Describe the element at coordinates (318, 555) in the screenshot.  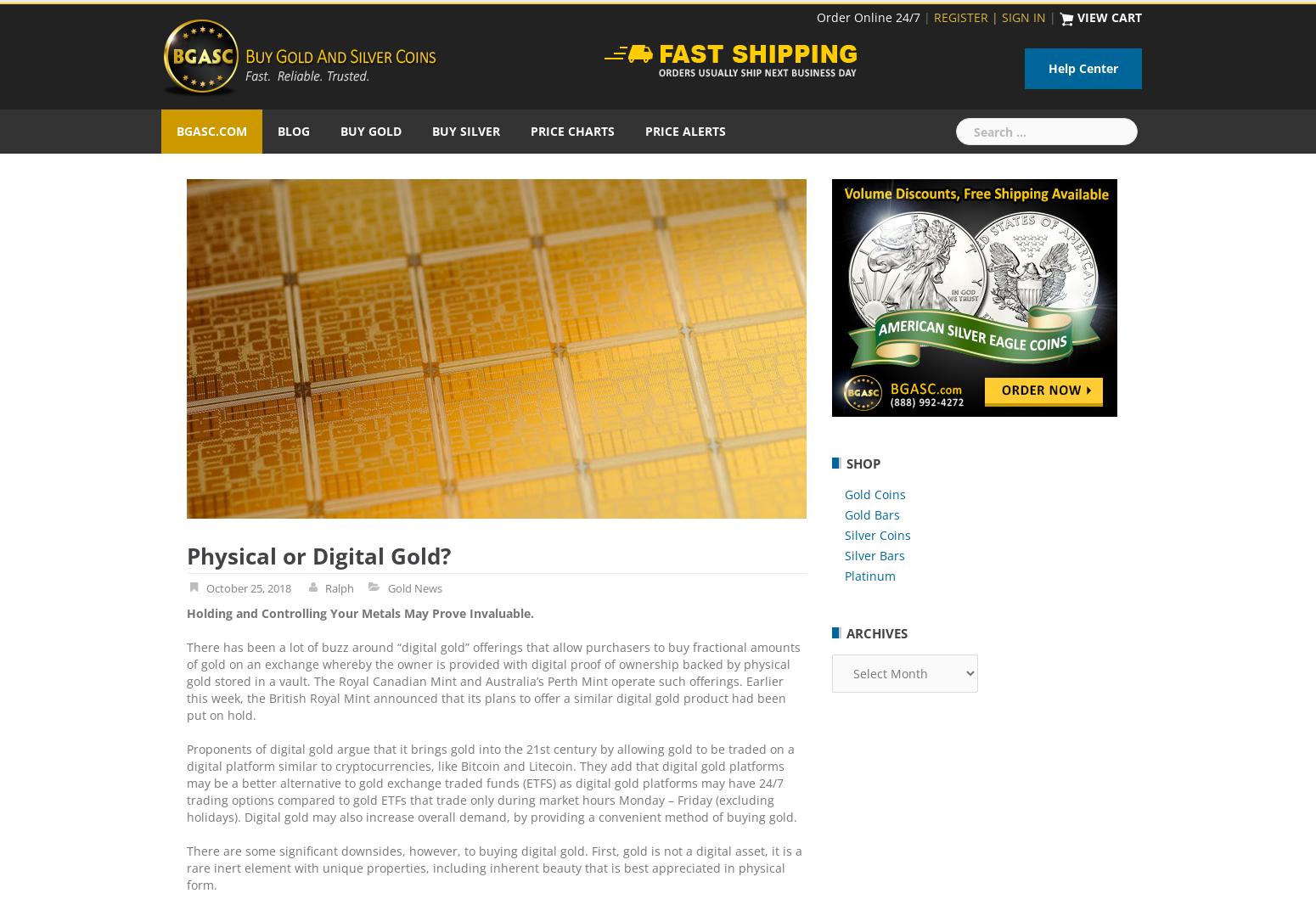
I see `'Physical or Digital Gold?'` at that location.